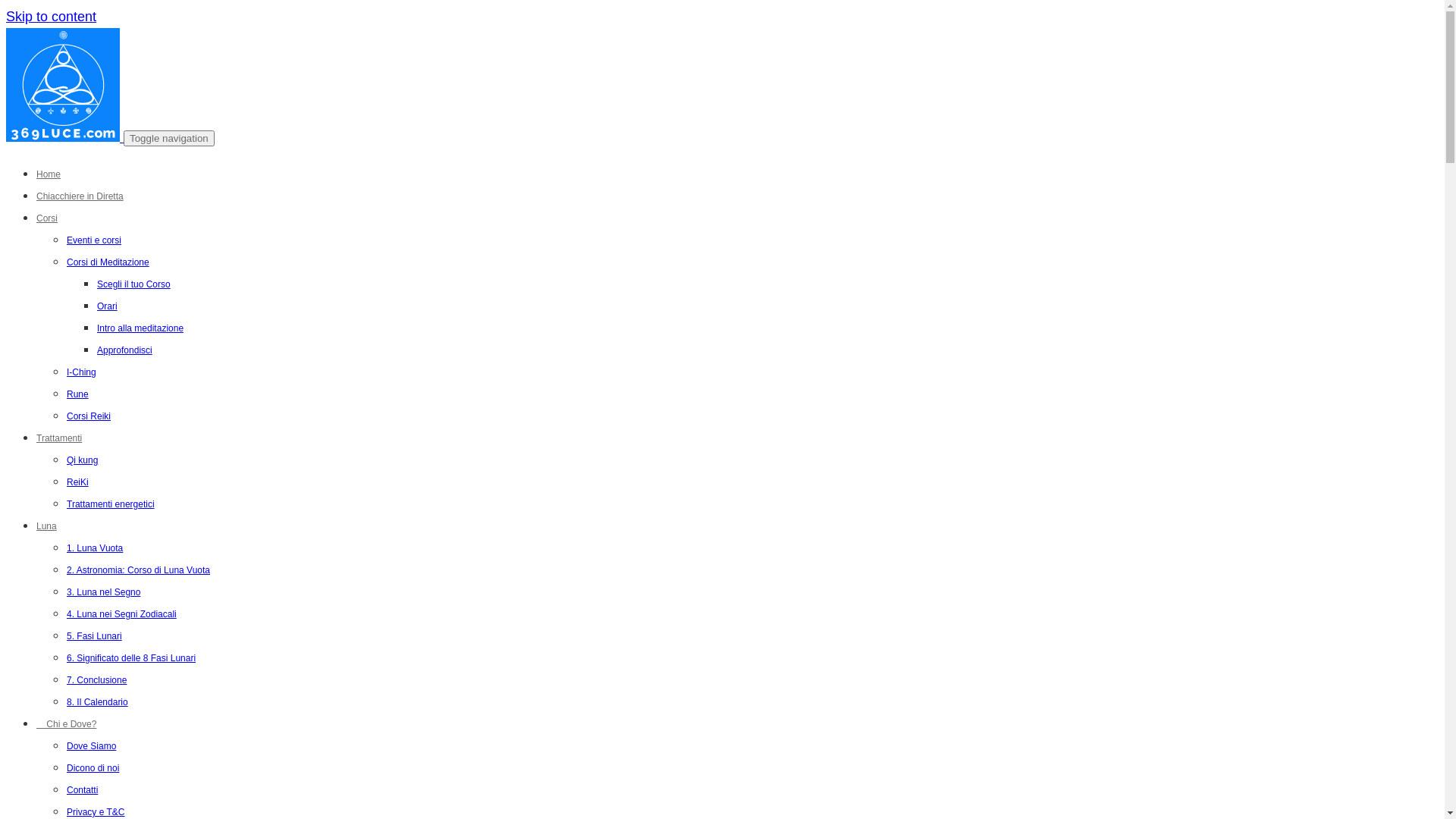  What do you see at coordinates (168, 138) in the screenshot?
I see `'Toggle navigation'` at bounding box center [168, 138].